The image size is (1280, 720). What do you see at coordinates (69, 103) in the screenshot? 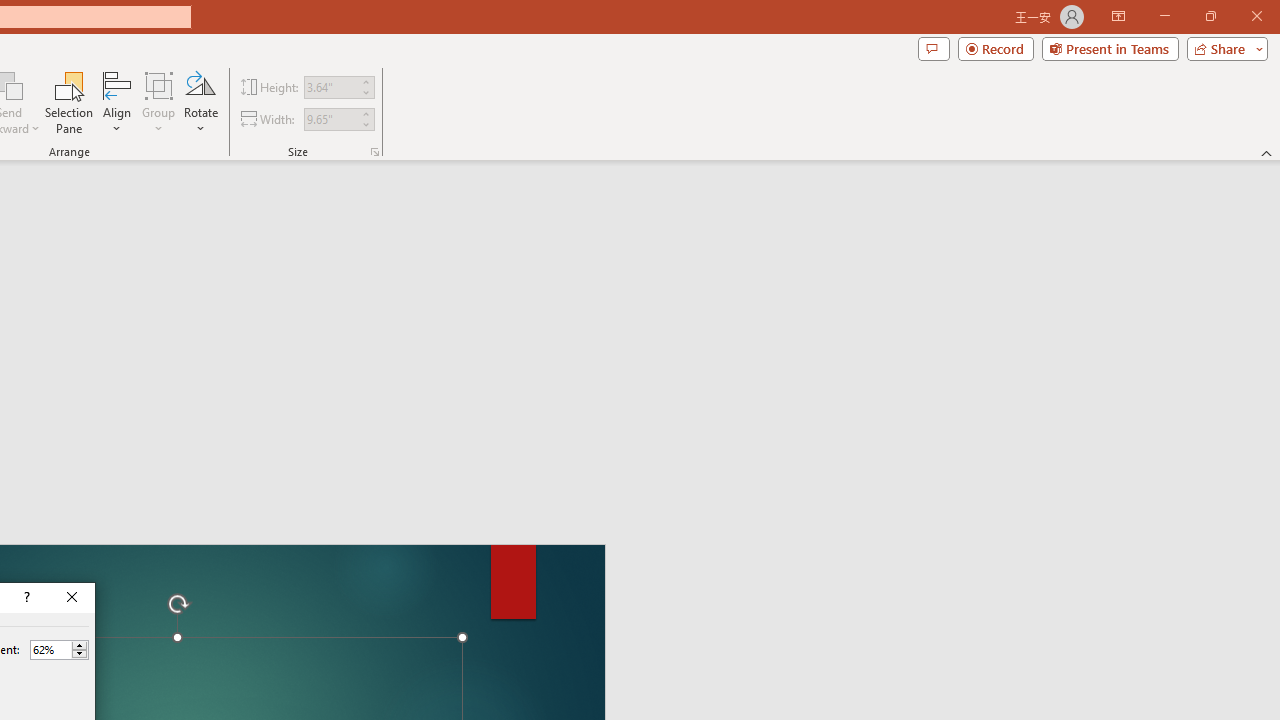
I see `'Selection Pane...'` at bounding box center [69, 103].